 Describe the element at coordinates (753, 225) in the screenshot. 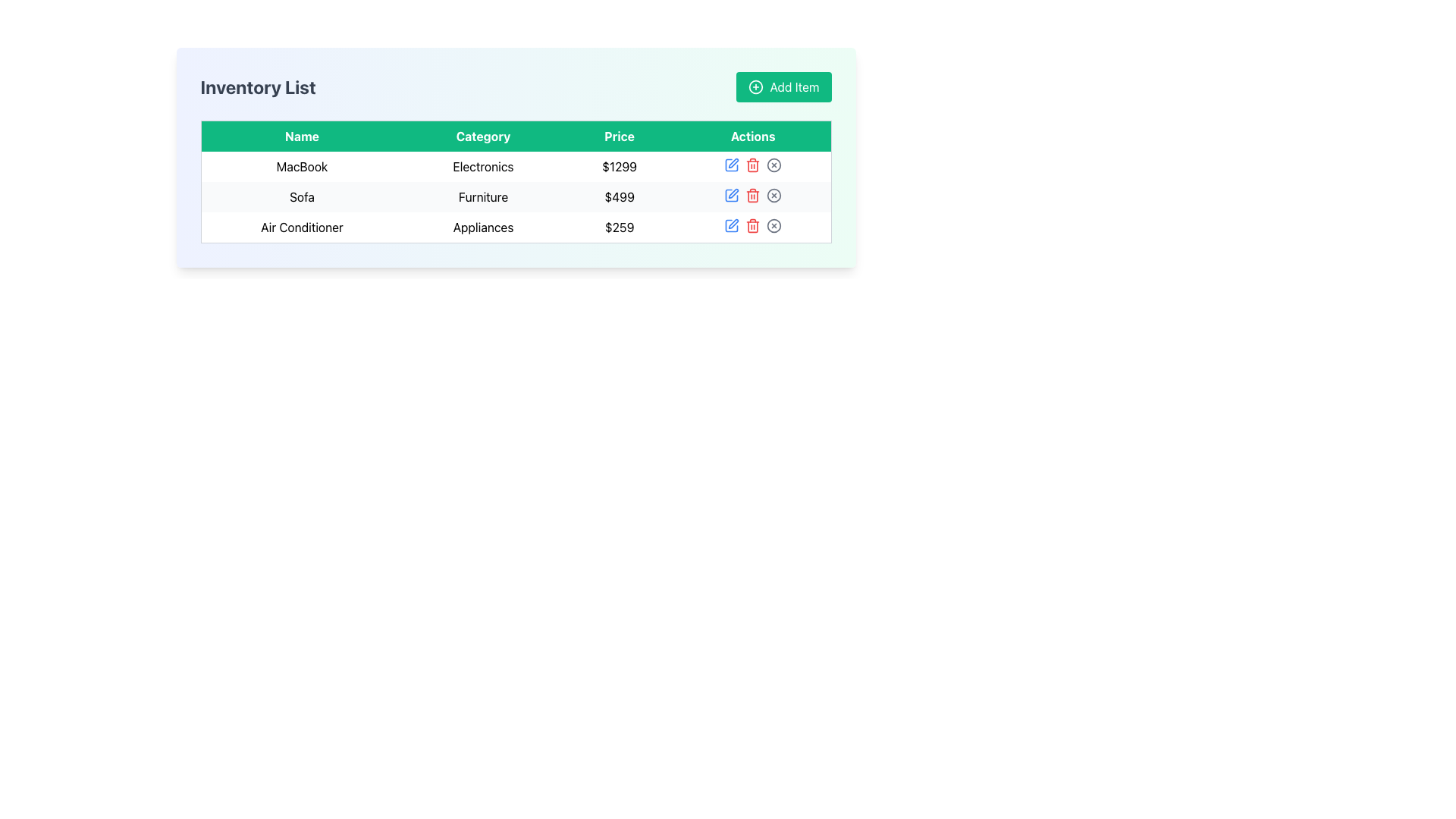

I see `the row of interactive icons corresponding to the 'Air Conditioner' item in the actions column` at that location.